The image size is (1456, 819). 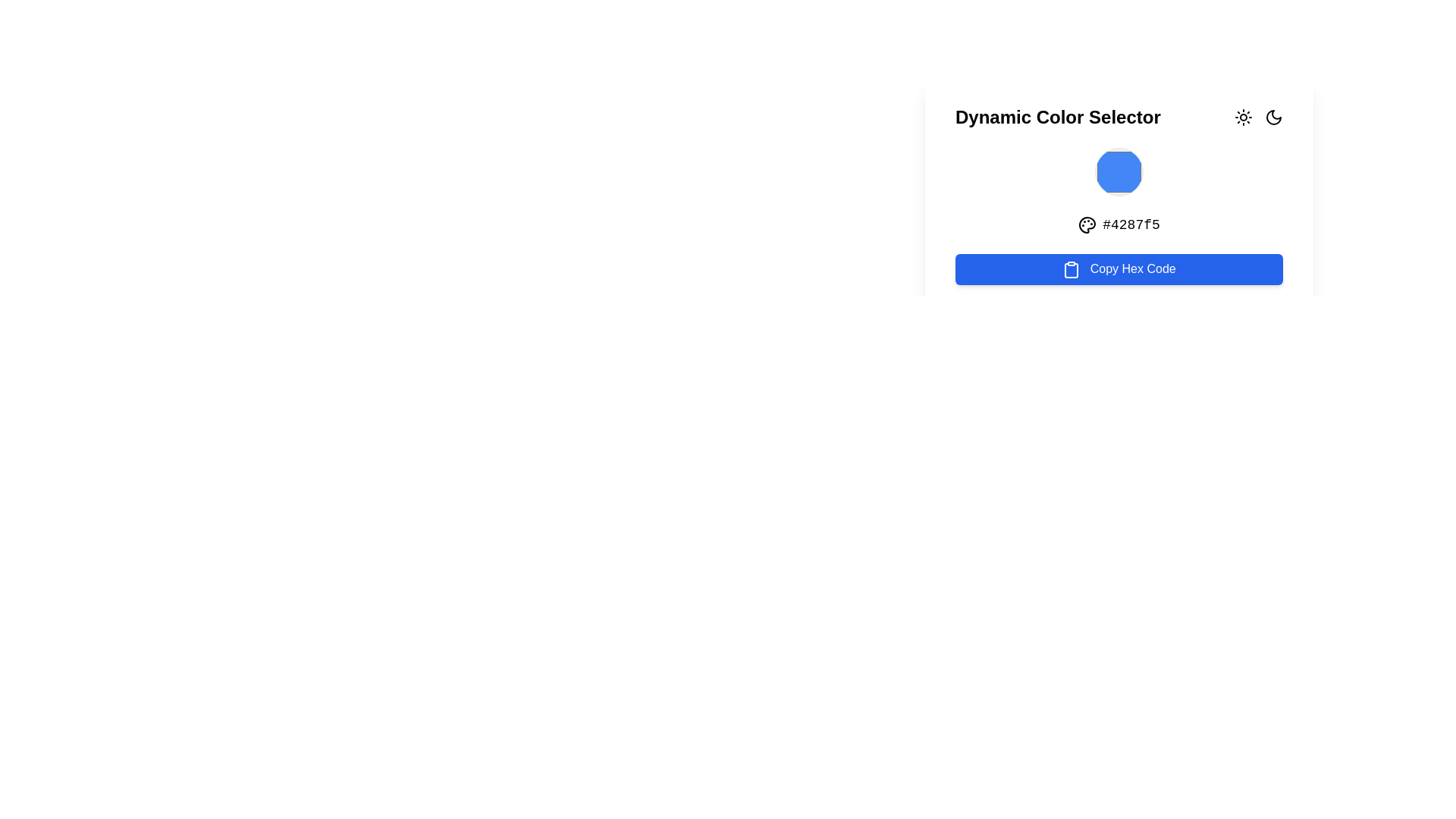 I want to click on the graphical palette icon located near the text '#4287f5' within the color selection interface, so click(x=1087, y=225).